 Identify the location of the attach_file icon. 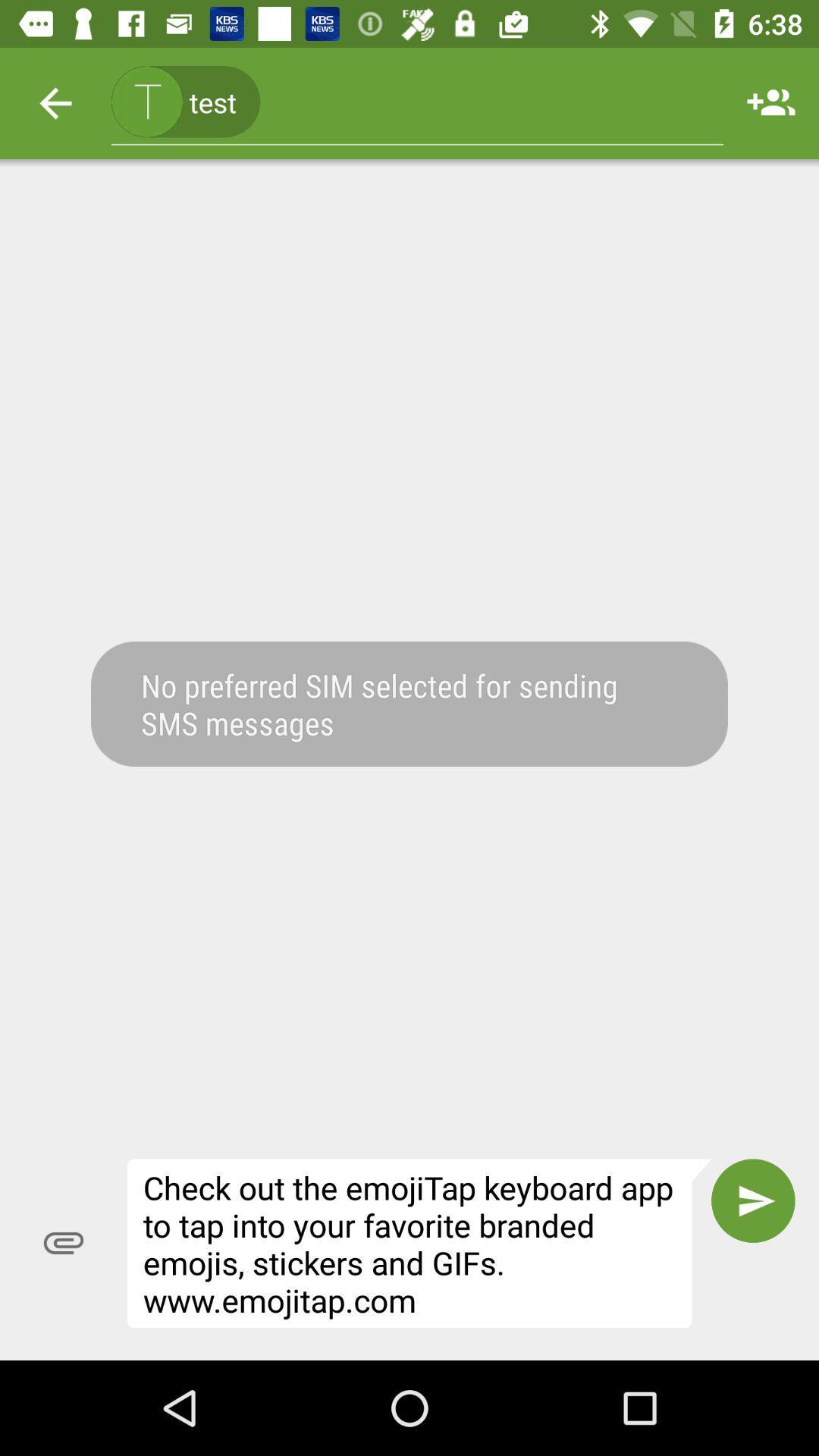
(63, 1243).